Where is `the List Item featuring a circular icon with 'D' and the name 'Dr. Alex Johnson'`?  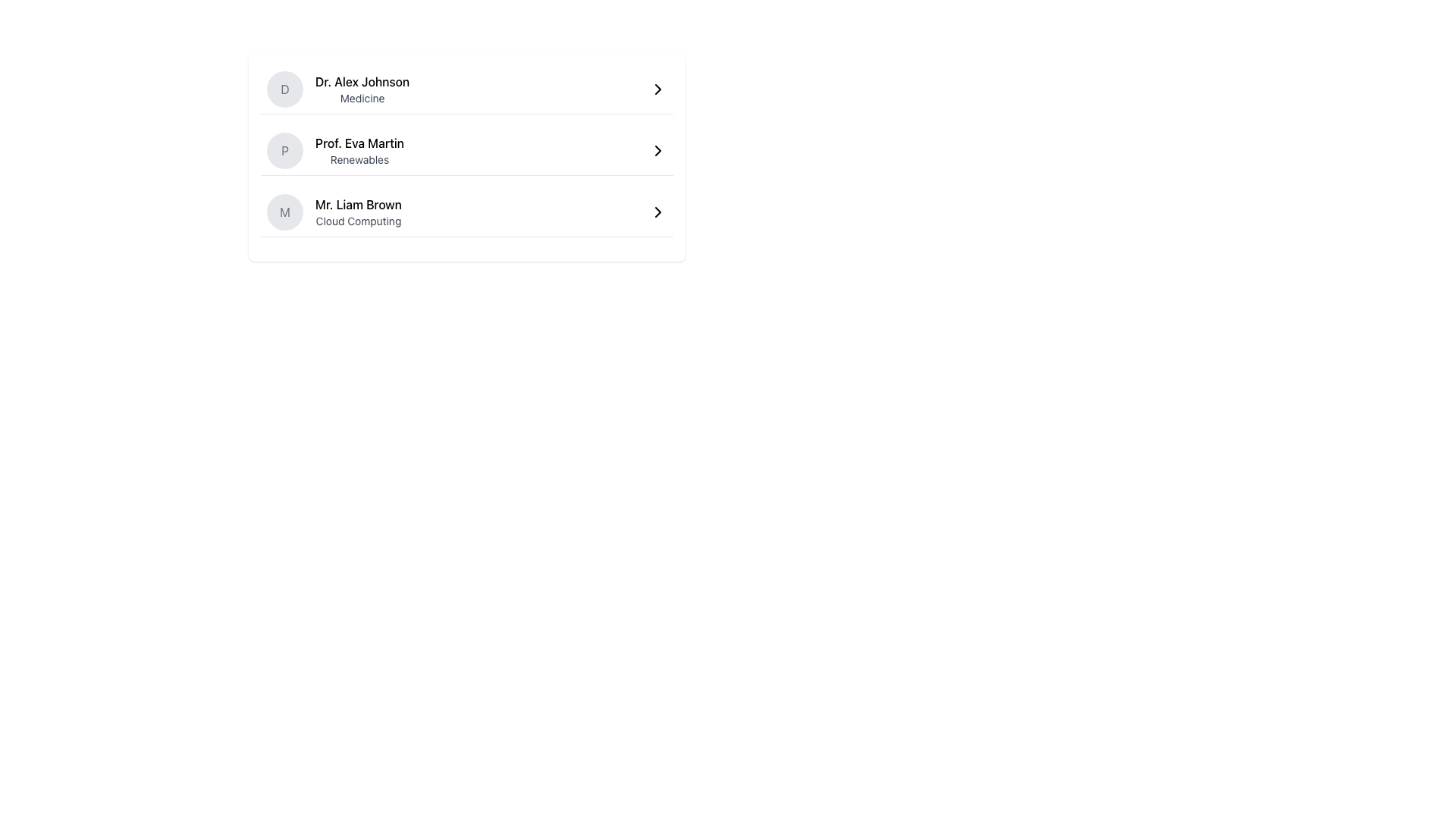 the List Item featuring a circular icon with 'D' and the name 'Dr. Alex Johnson' is located at coordinates (337, 89).